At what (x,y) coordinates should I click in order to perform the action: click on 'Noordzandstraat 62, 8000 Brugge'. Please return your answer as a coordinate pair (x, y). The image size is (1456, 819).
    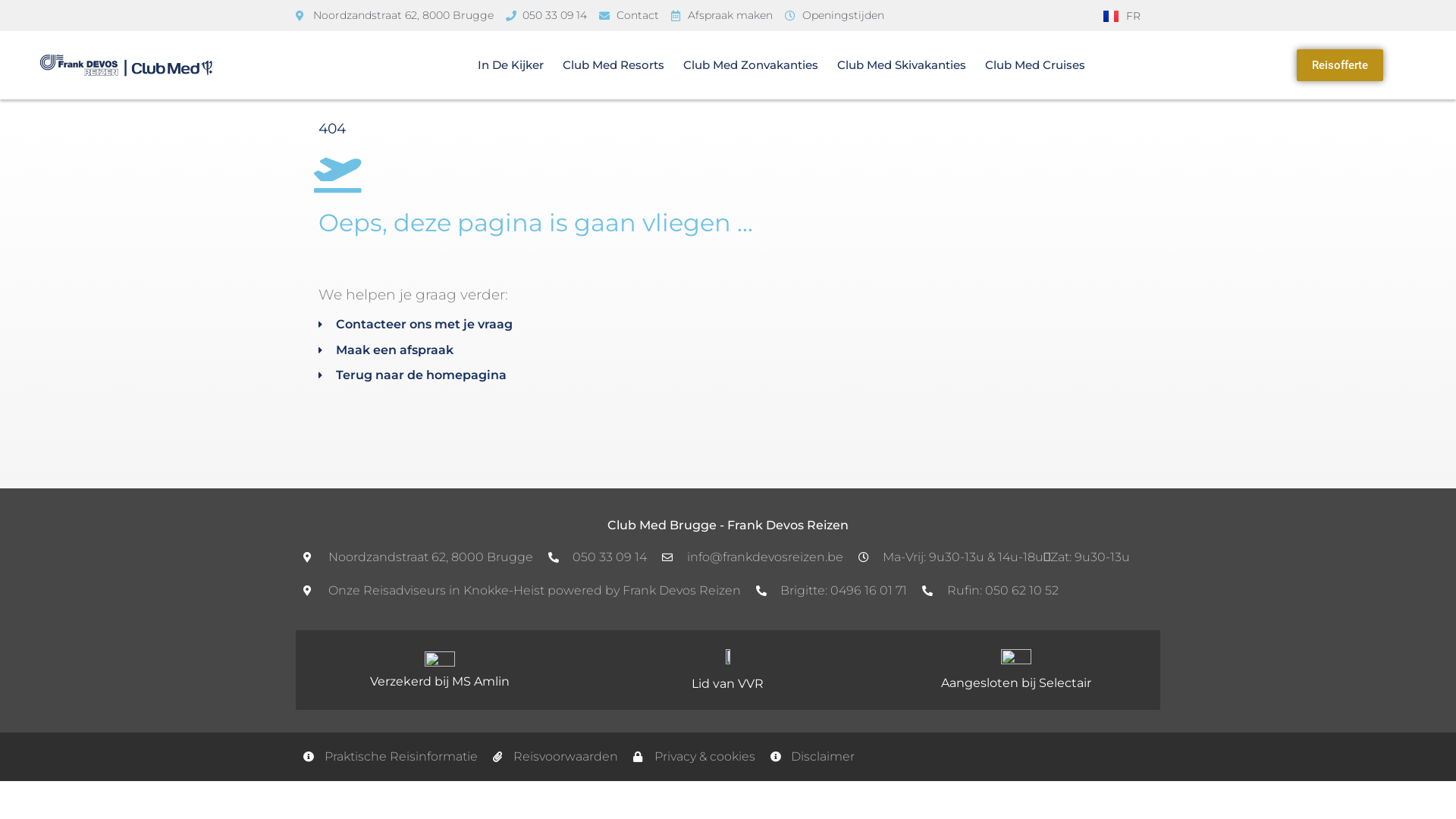
    Looking at the image, I should click on (394, 15).